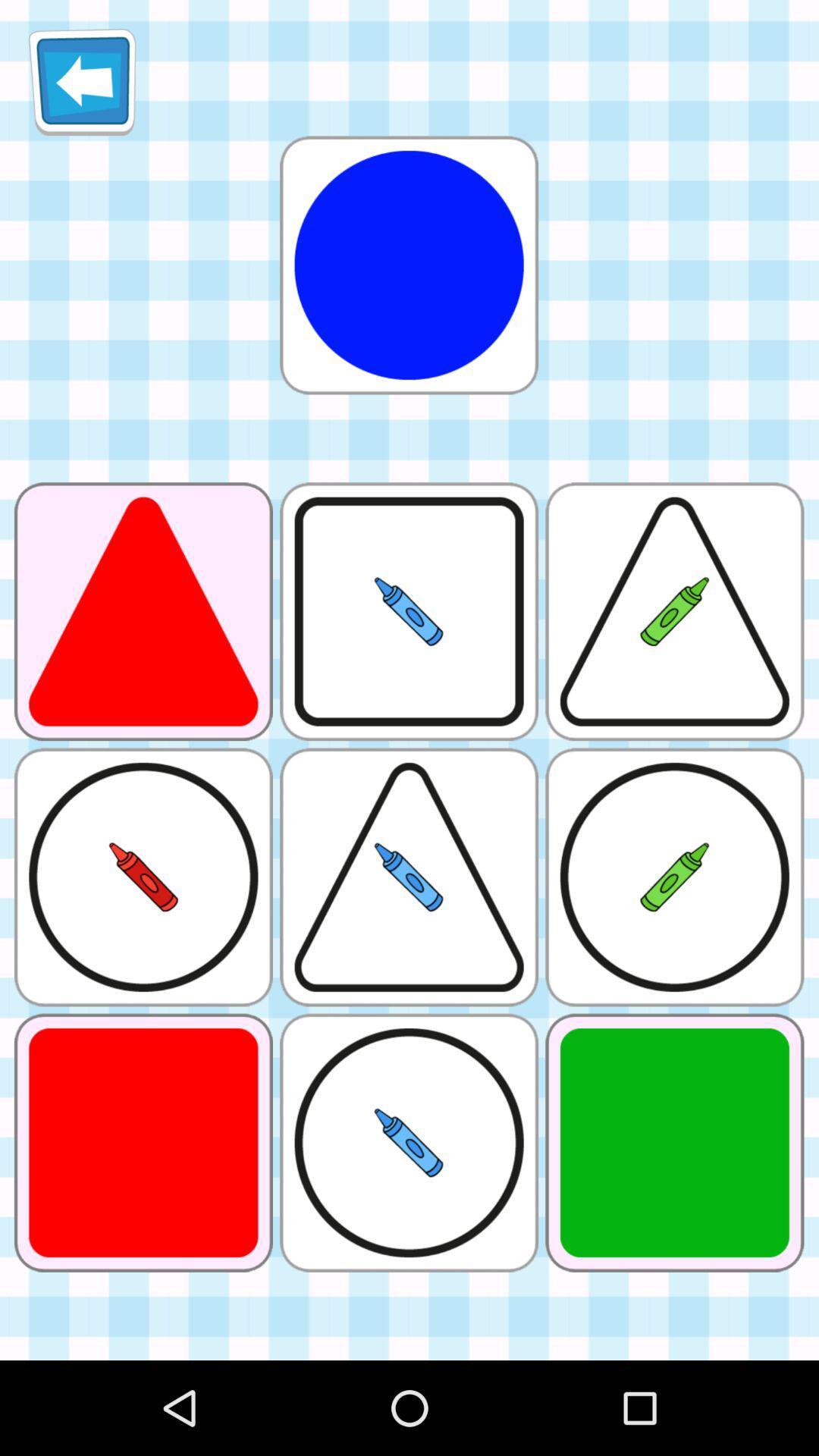 This screenshot has height=1456, width=819. Describe the element at coordinates (408, 265) in the screenshot. I see `insert blue circle` at that location.